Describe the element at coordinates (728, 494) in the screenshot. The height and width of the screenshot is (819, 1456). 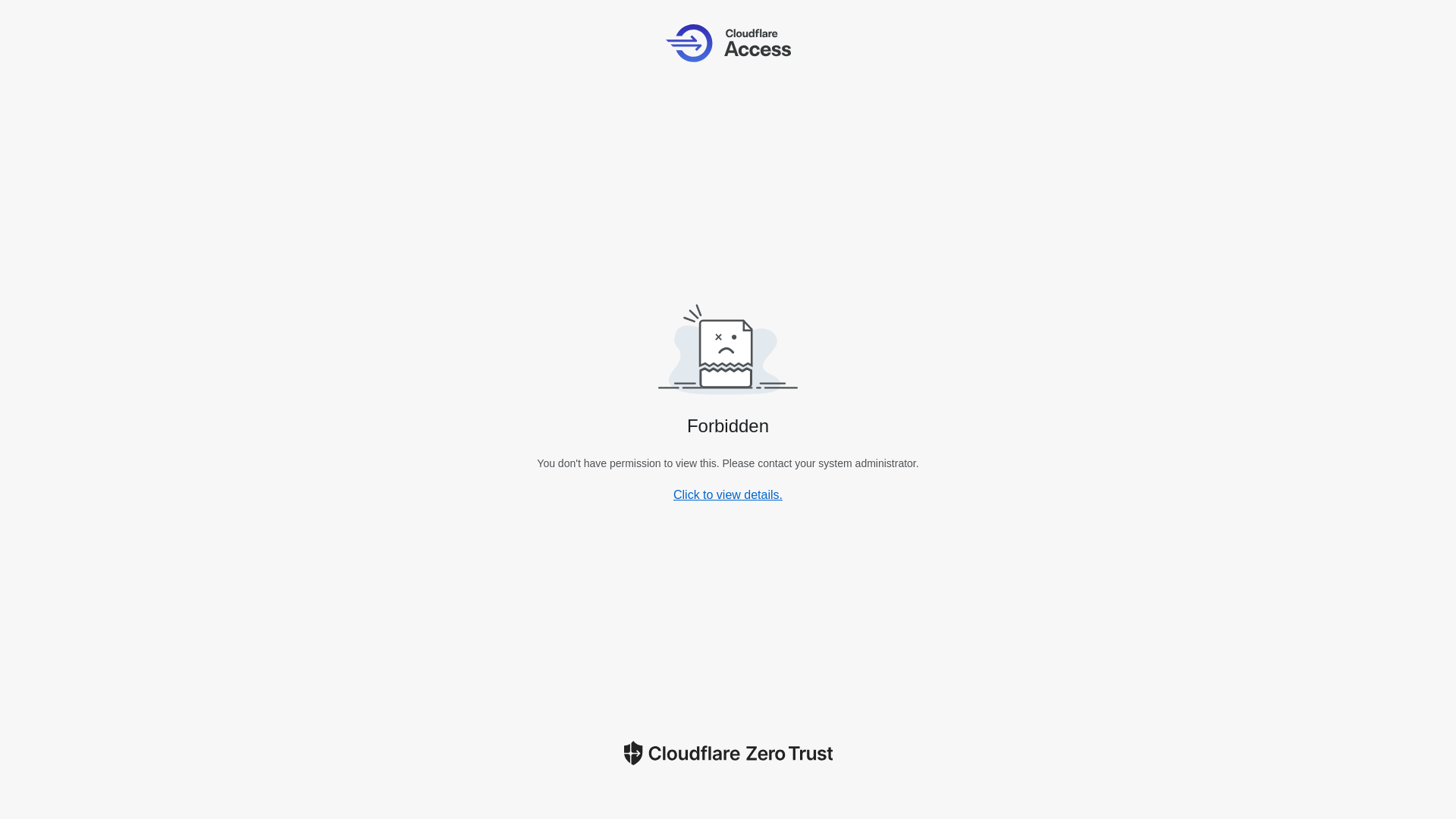
I see `'Click to view details.'` at that location.